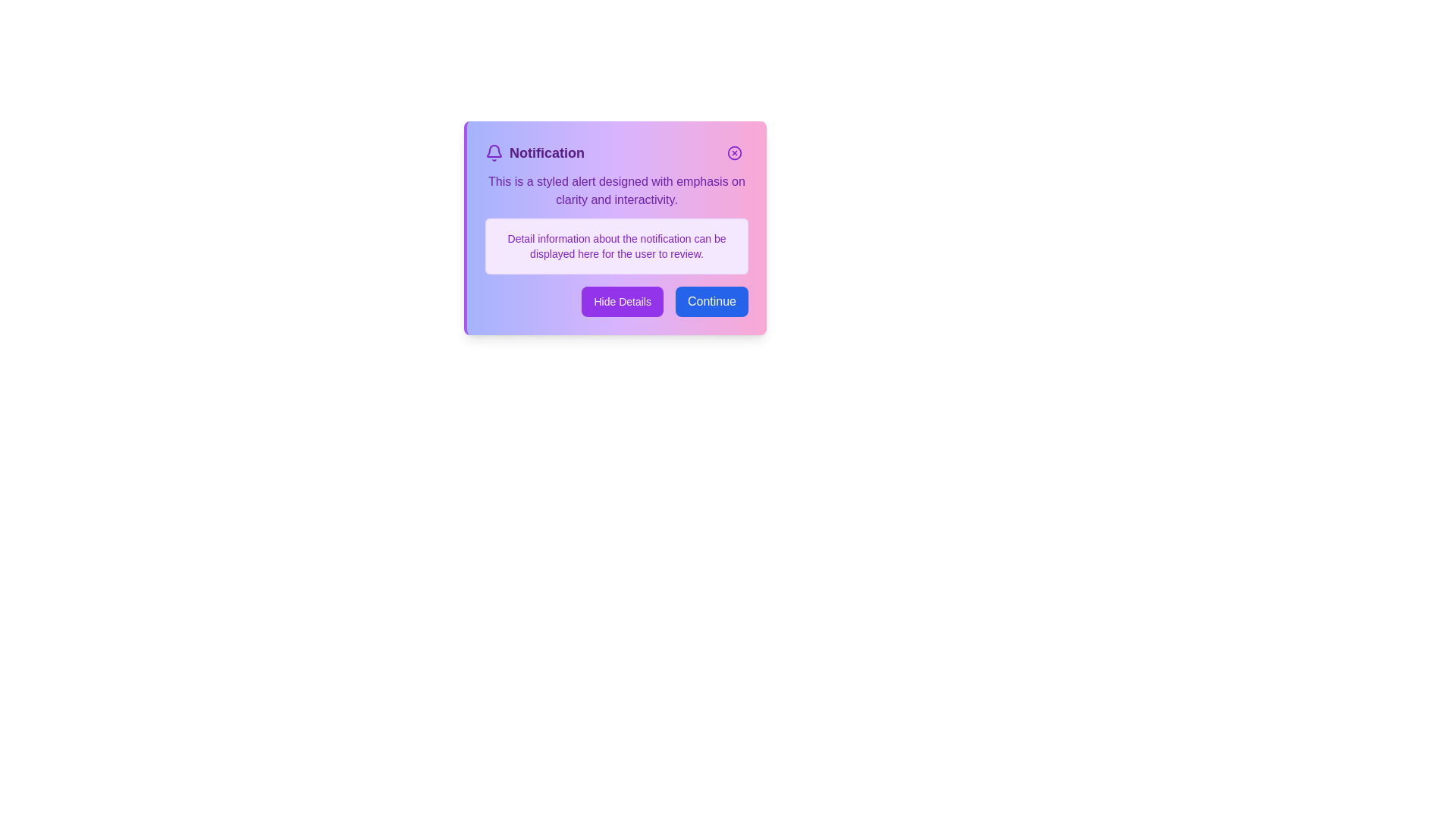 Image resolution: width=1456 pixels, height=819 pixels. I want to click on the notification icon to inspect its details, so click(494, 152).